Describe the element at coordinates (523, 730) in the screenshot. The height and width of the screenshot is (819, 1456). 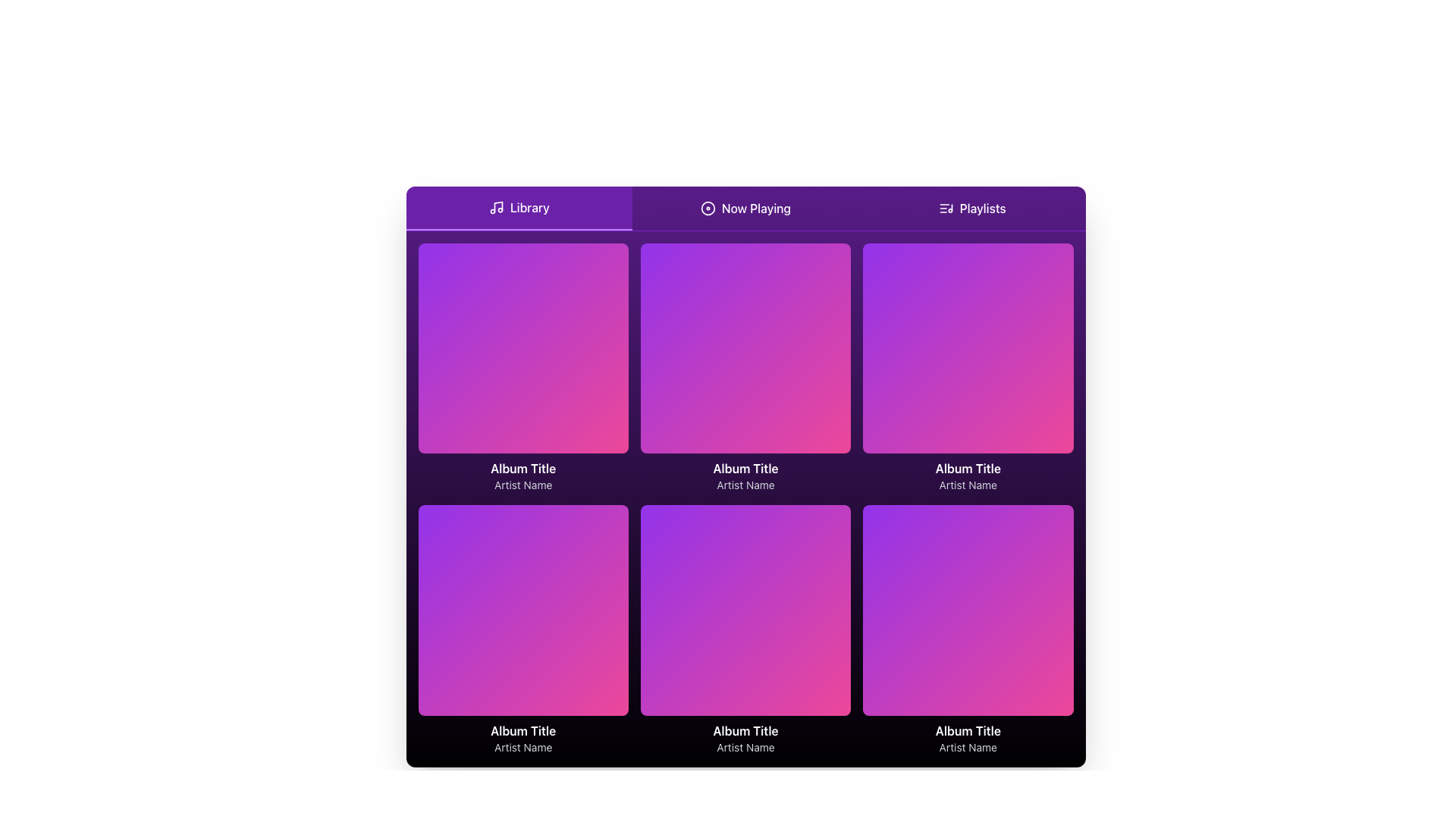
I see `text content of the 'Album Title' label, which is a bold text located in the bottom-left card of a three-by-two grid layout, positioned above 'Artist Name'` at that location.